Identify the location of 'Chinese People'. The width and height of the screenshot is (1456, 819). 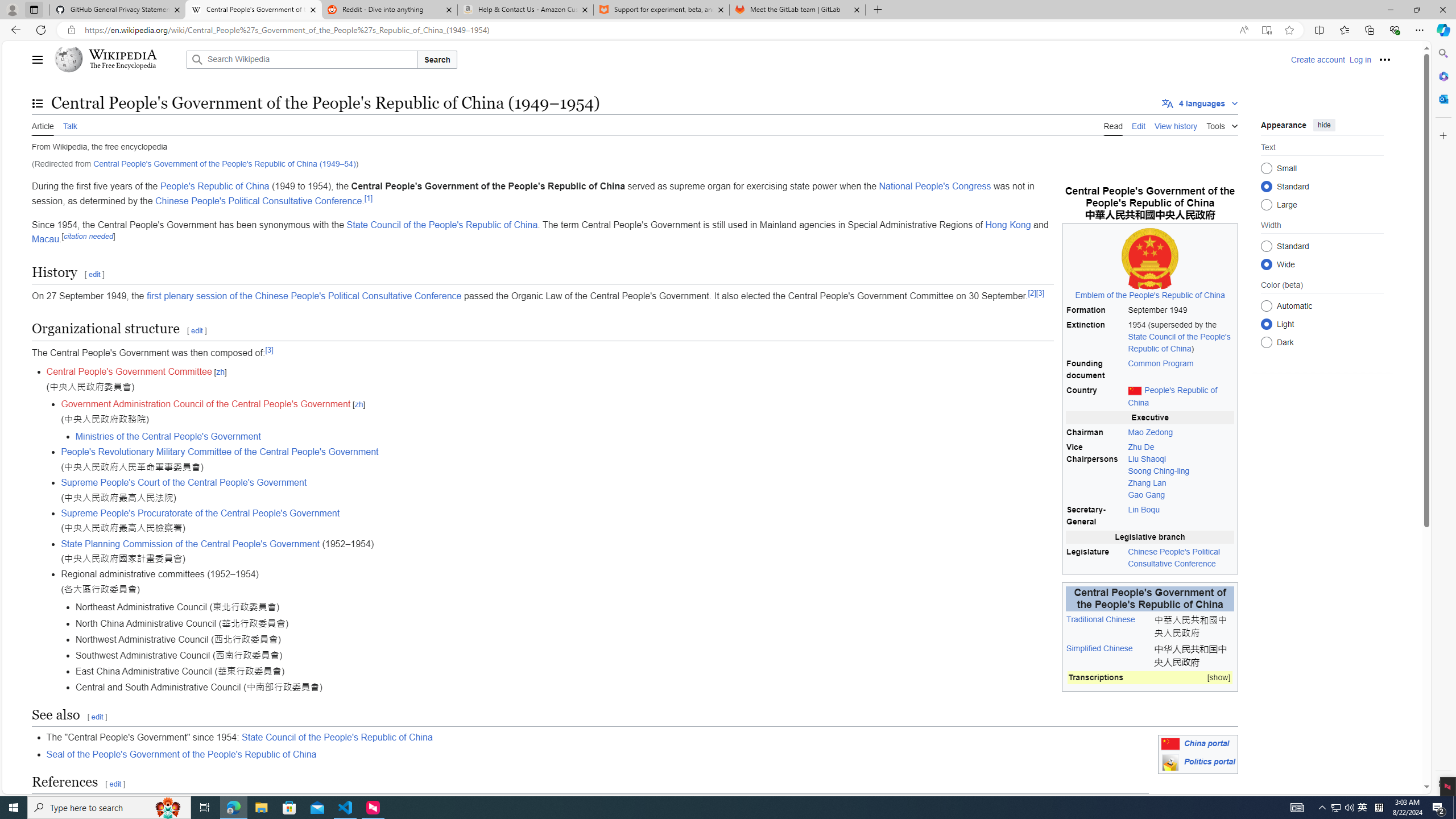
(258, 201).